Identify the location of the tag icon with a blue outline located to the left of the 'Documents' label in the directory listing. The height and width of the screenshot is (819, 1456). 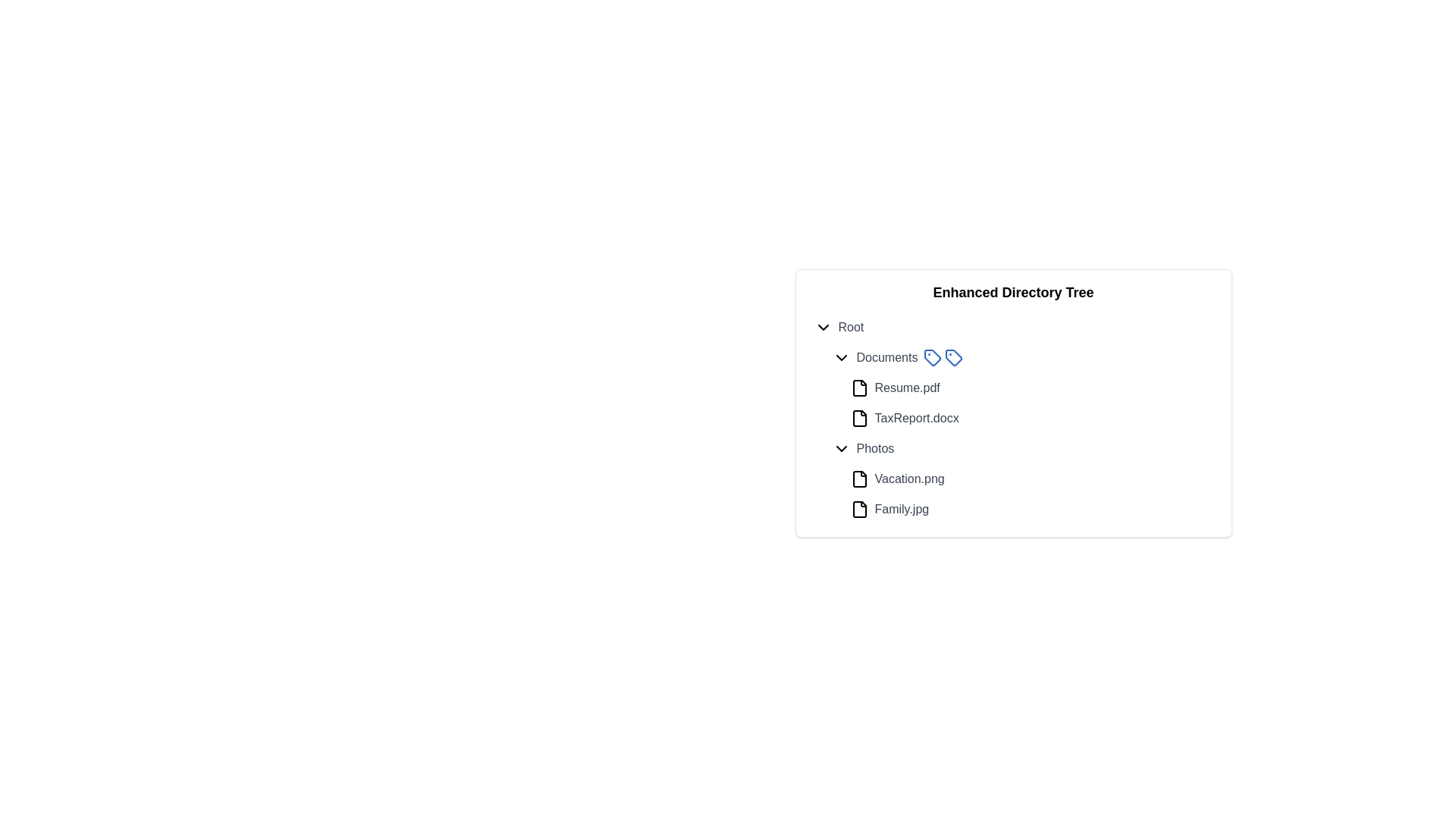
(952, 357).